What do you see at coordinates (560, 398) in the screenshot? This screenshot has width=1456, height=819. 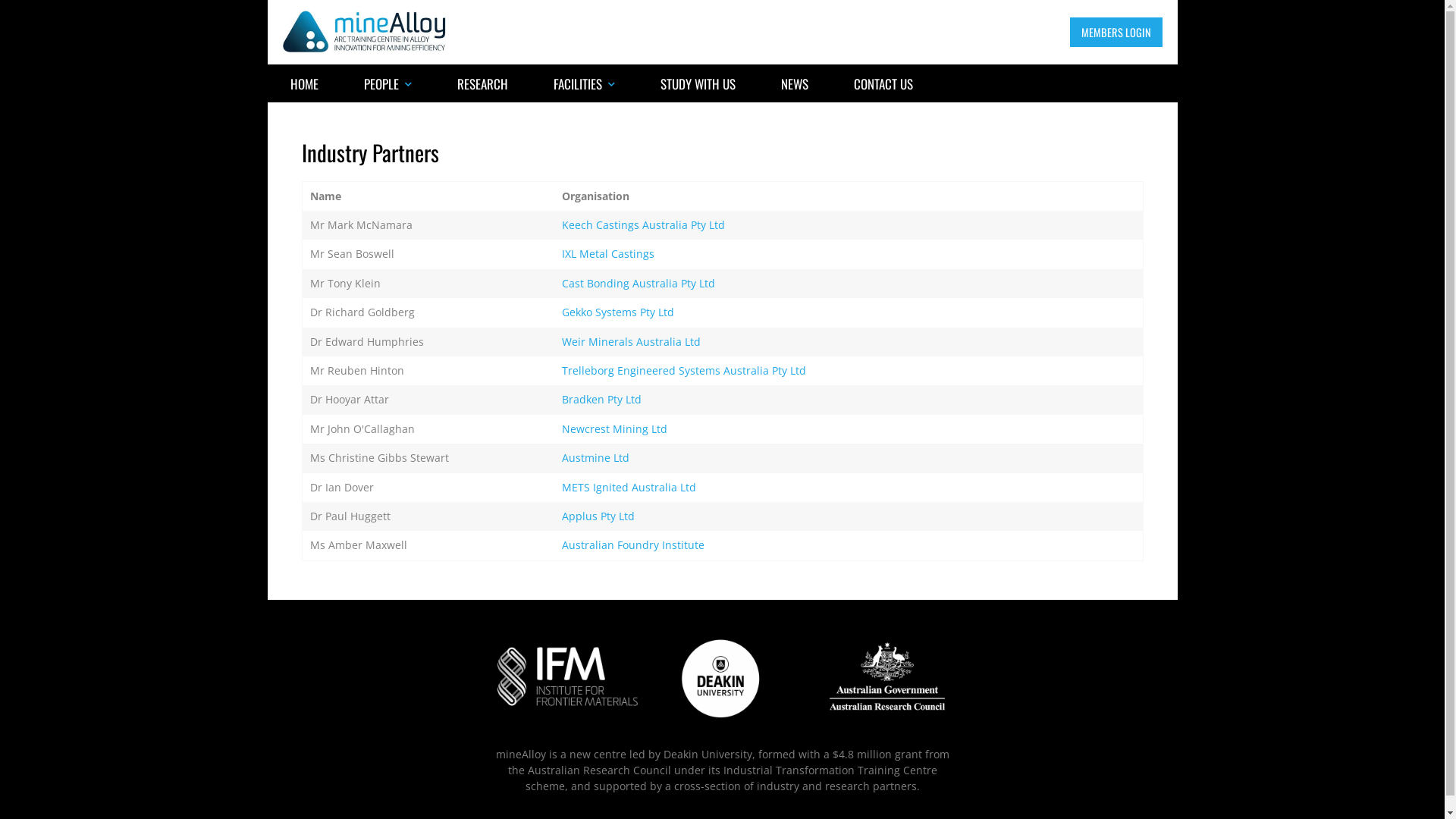 I see `'Bradken Pty Ltd'` at bounding box center [560, 398].